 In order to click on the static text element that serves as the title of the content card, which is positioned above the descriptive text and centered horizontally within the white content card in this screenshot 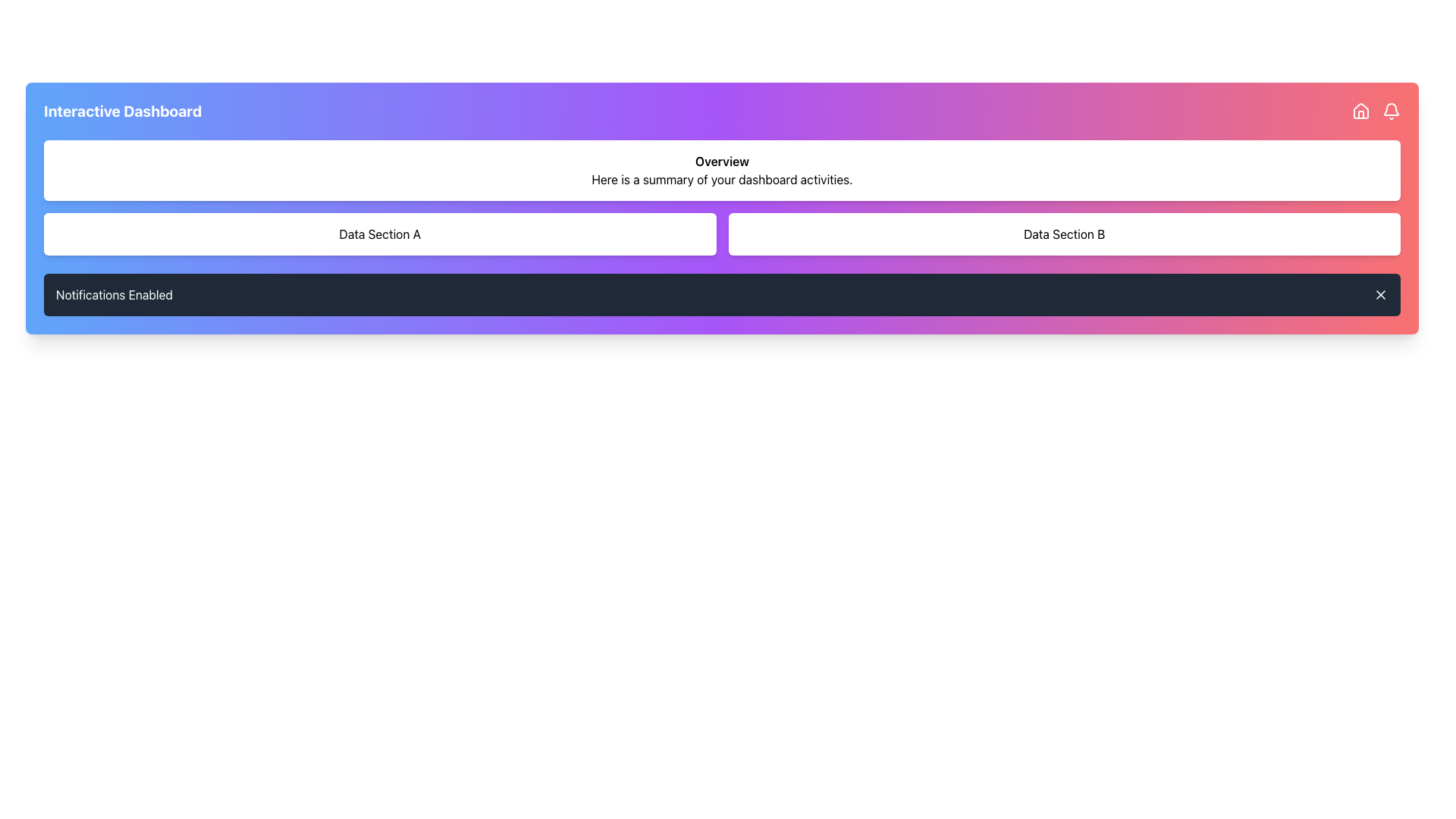, I will do `click(721, 161)`.